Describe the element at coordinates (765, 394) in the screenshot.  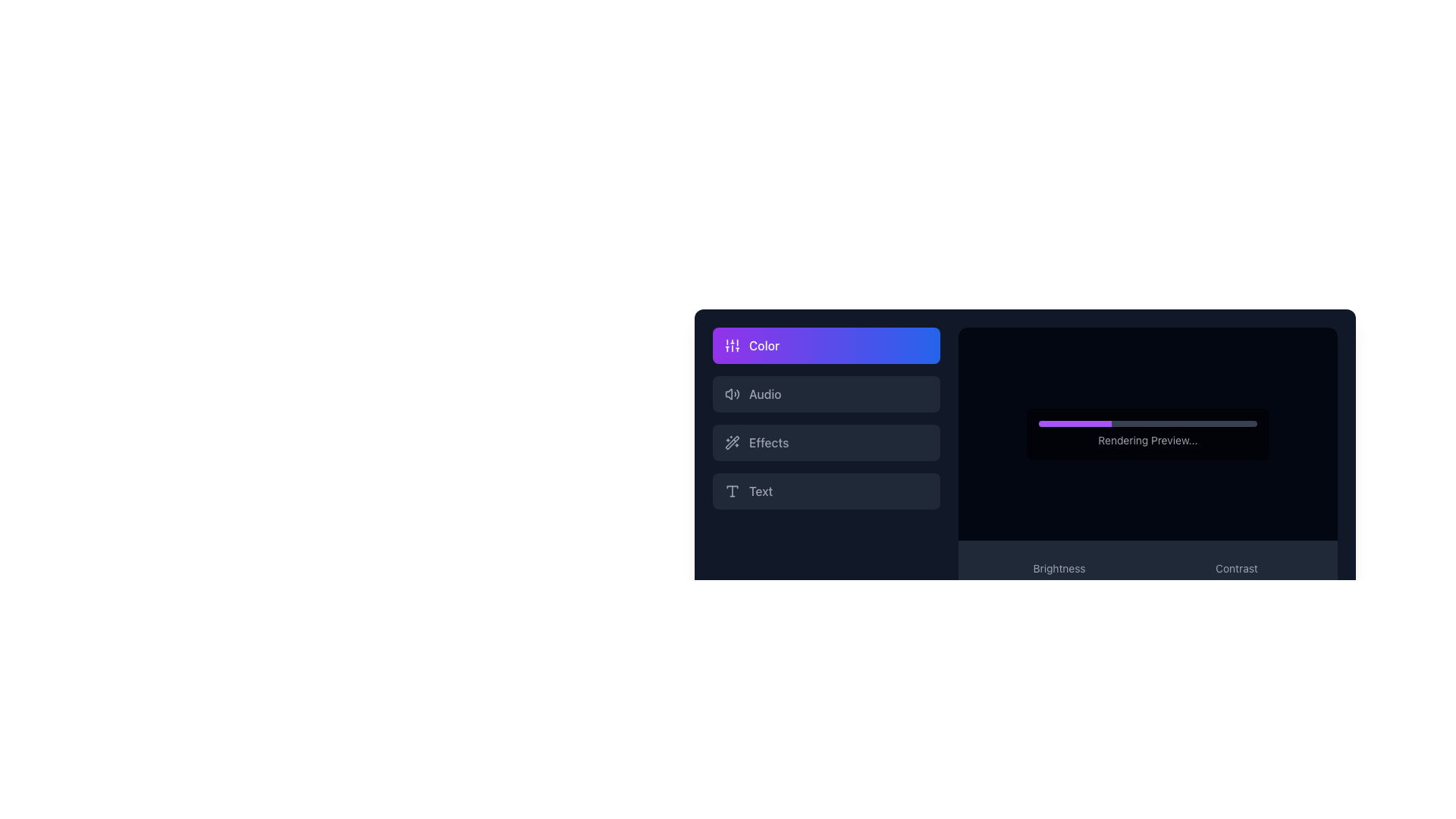
I see `the static text label representing an audio-related feature, which is located in the second menu option to the right of the audio-related icon and below the 'Color' menu option` at that location.